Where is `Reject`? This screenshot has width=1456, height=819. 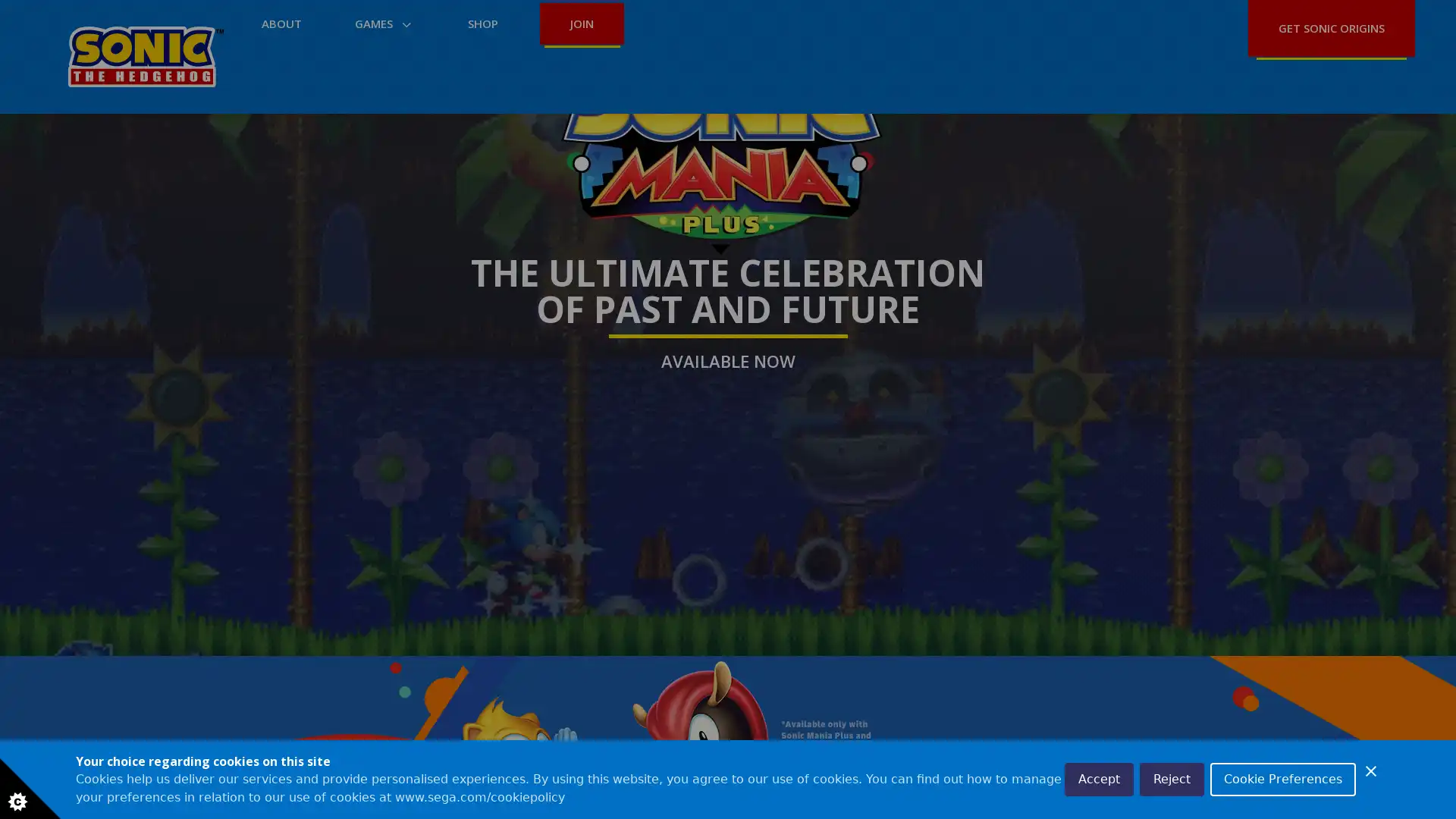
Reject is located at coordinates (1171, 780).